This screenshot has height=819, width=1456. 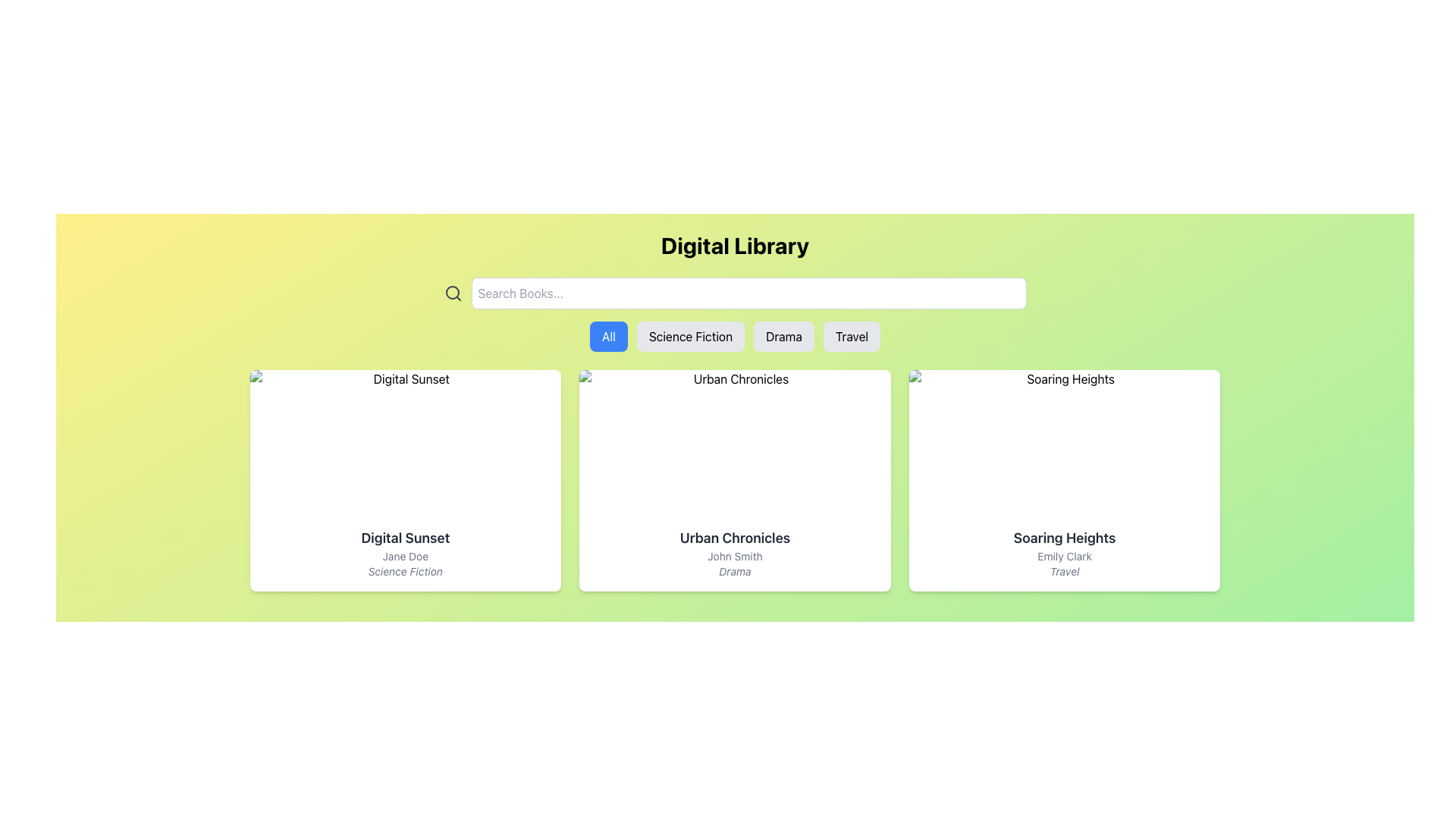 What do you see at coordinates (1064, 480) in the screenshot?
I see `the third card in the digital library that represents a book or item, located to the far right in the row, adjacent to the card titled 'Urban Chronicles'` at bounding box center [1064, 480].